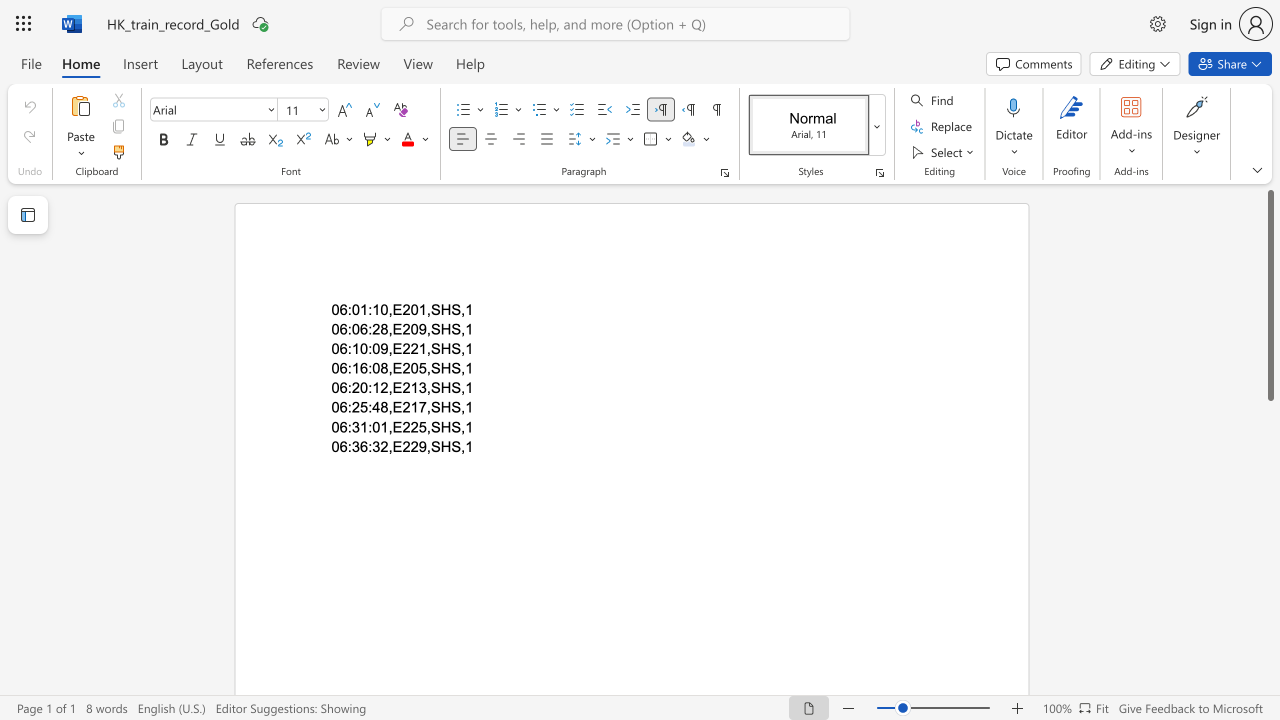 This screenshot has width=1280, height=720. I want to click on the page's right scrollbar for downward movement, so click(1269, 498).